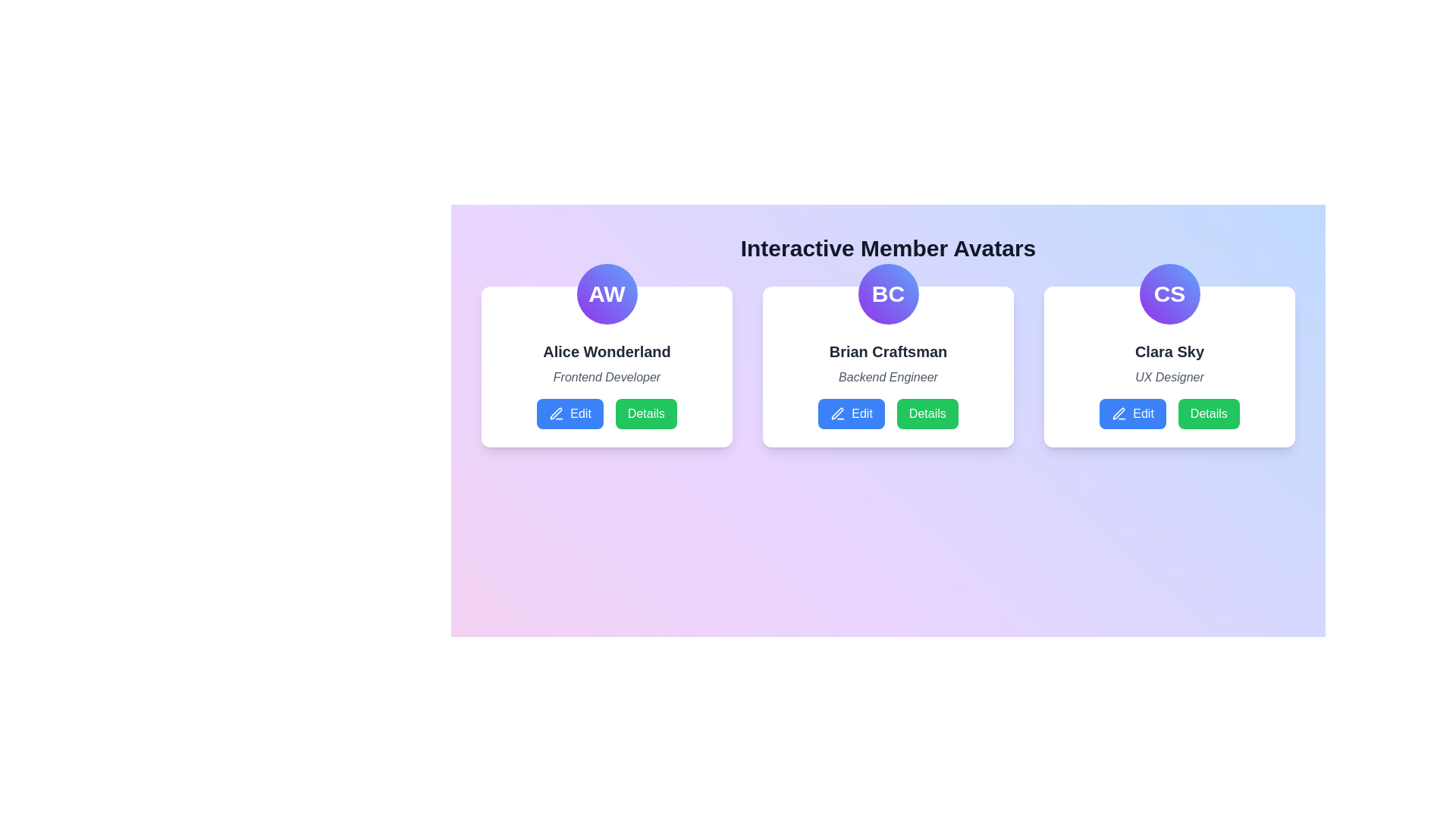  I want to click on the 'Edit' button, which is a rectangular button with a blue background and the text 'Edit' in white, located to the left of the 'Details' button, so click(852, 414).